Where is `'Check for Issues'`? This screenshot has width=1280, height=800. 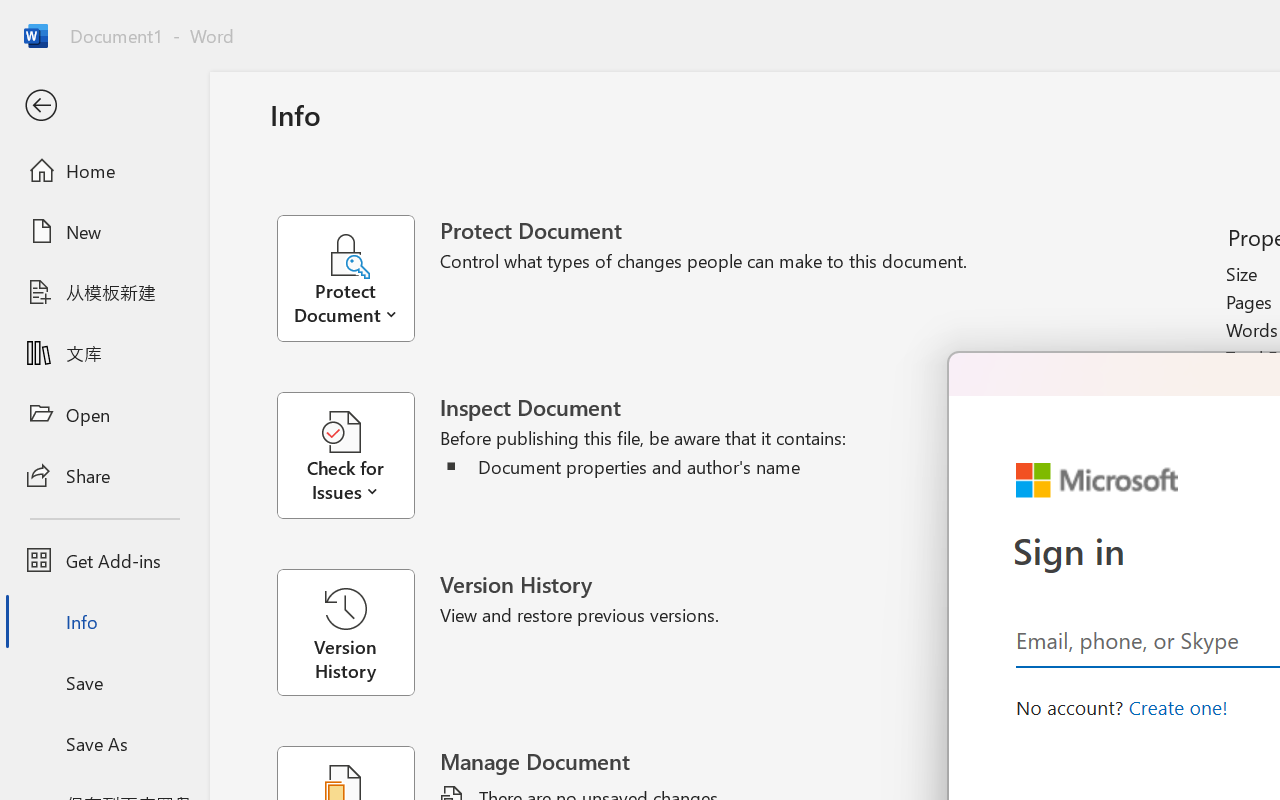
'Check for Issues' is located at coordinates (358, 454).